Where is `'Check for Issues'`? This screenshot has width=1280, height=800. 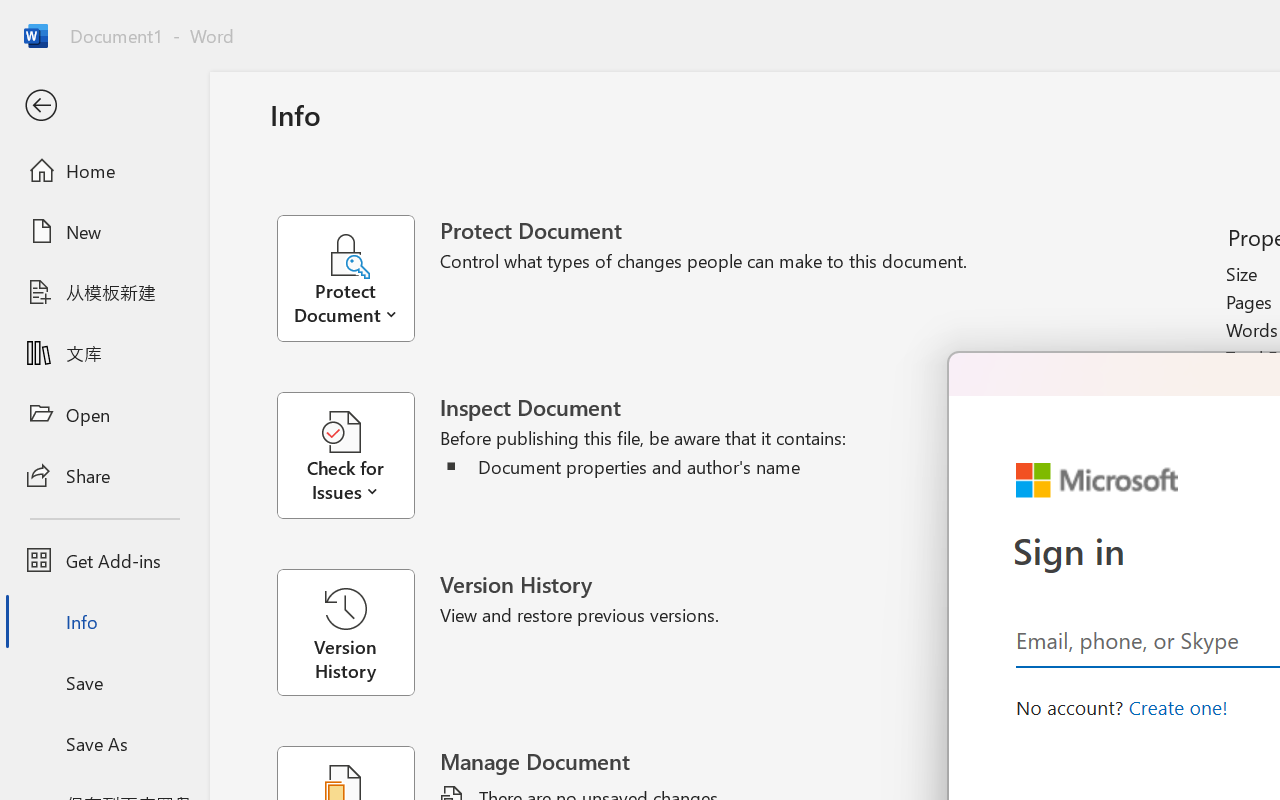
'Check for Issues' is located at coordinates (358, 454).